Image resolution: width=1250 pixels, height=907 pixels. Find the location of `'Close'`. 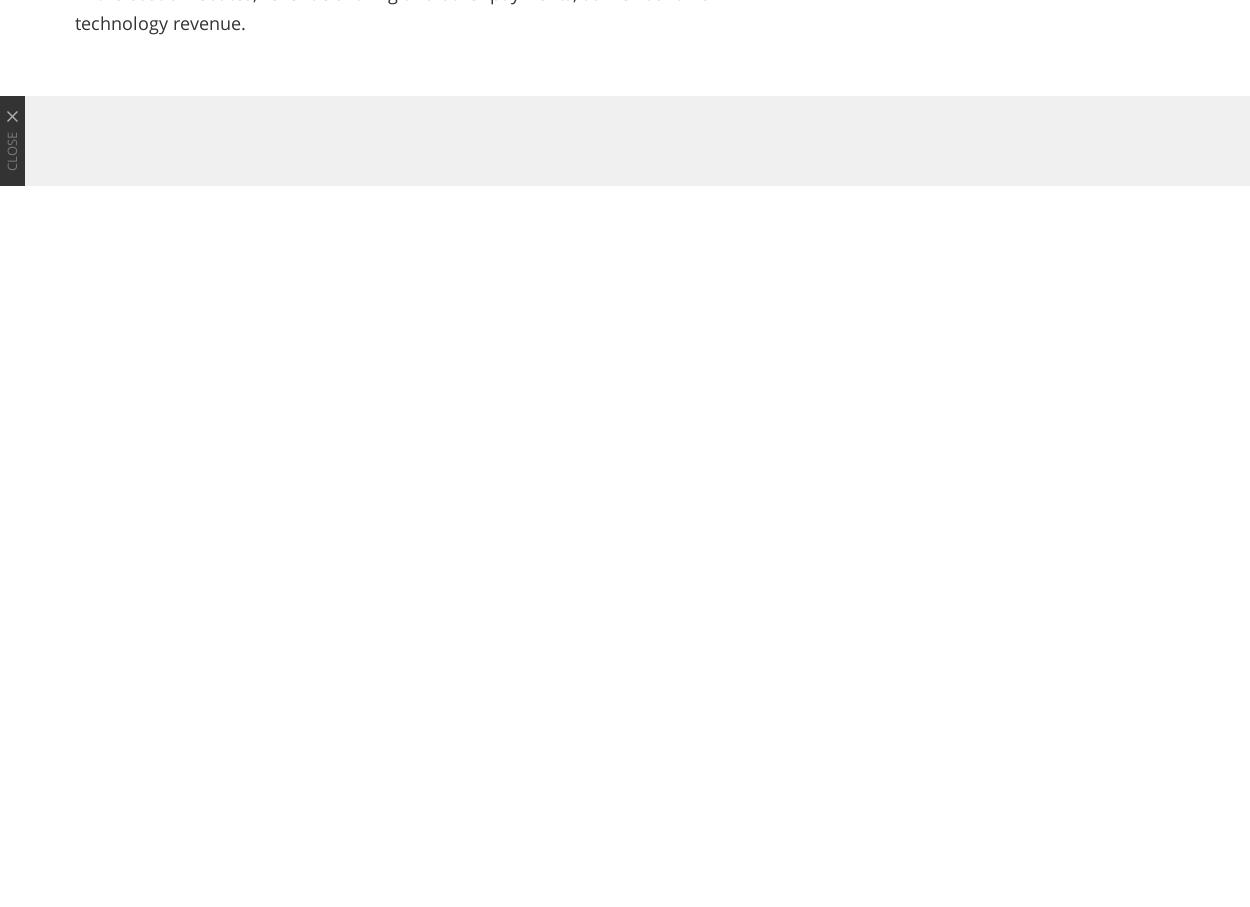

'Close' is located at coordinates (11, 151).